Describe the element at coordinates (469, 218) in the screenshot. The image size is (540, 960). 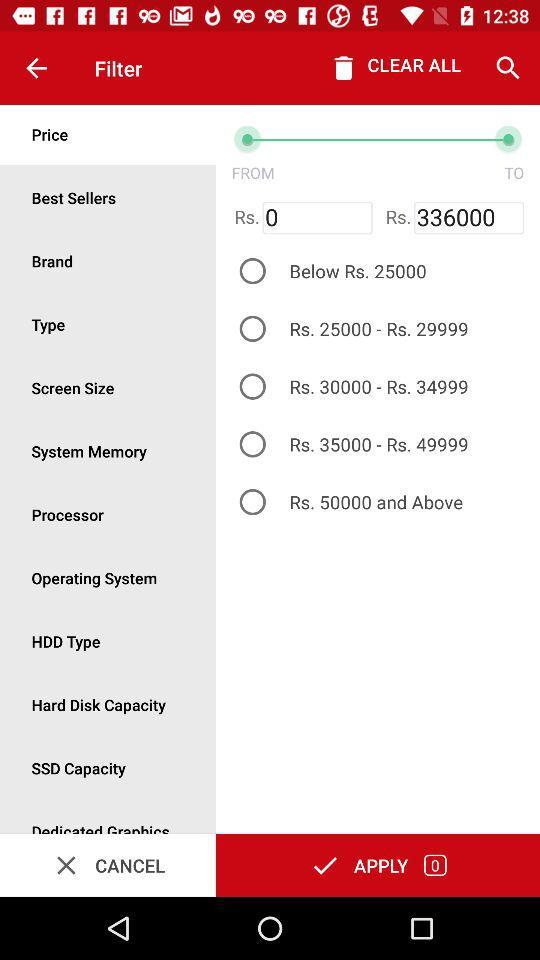
I see `item next to rs.` at that location.